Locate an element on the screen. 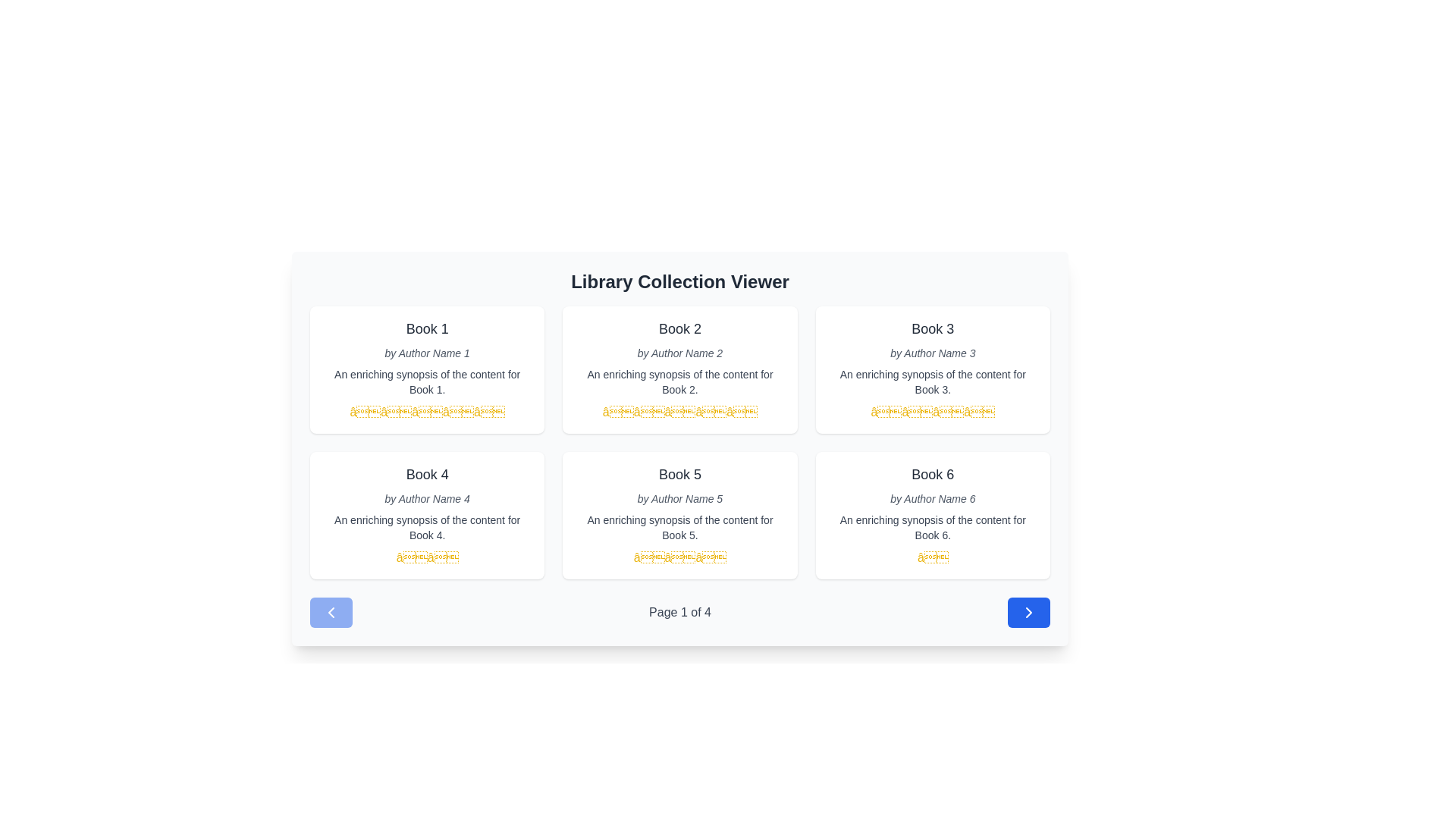 This screenshot has height=819, width=1456. the bold, larger text labeled 'Book 2' which is the title of the card in the second column of the top row, positioned below 'Library Collection Viewer' is located at coordinates (679, 328).